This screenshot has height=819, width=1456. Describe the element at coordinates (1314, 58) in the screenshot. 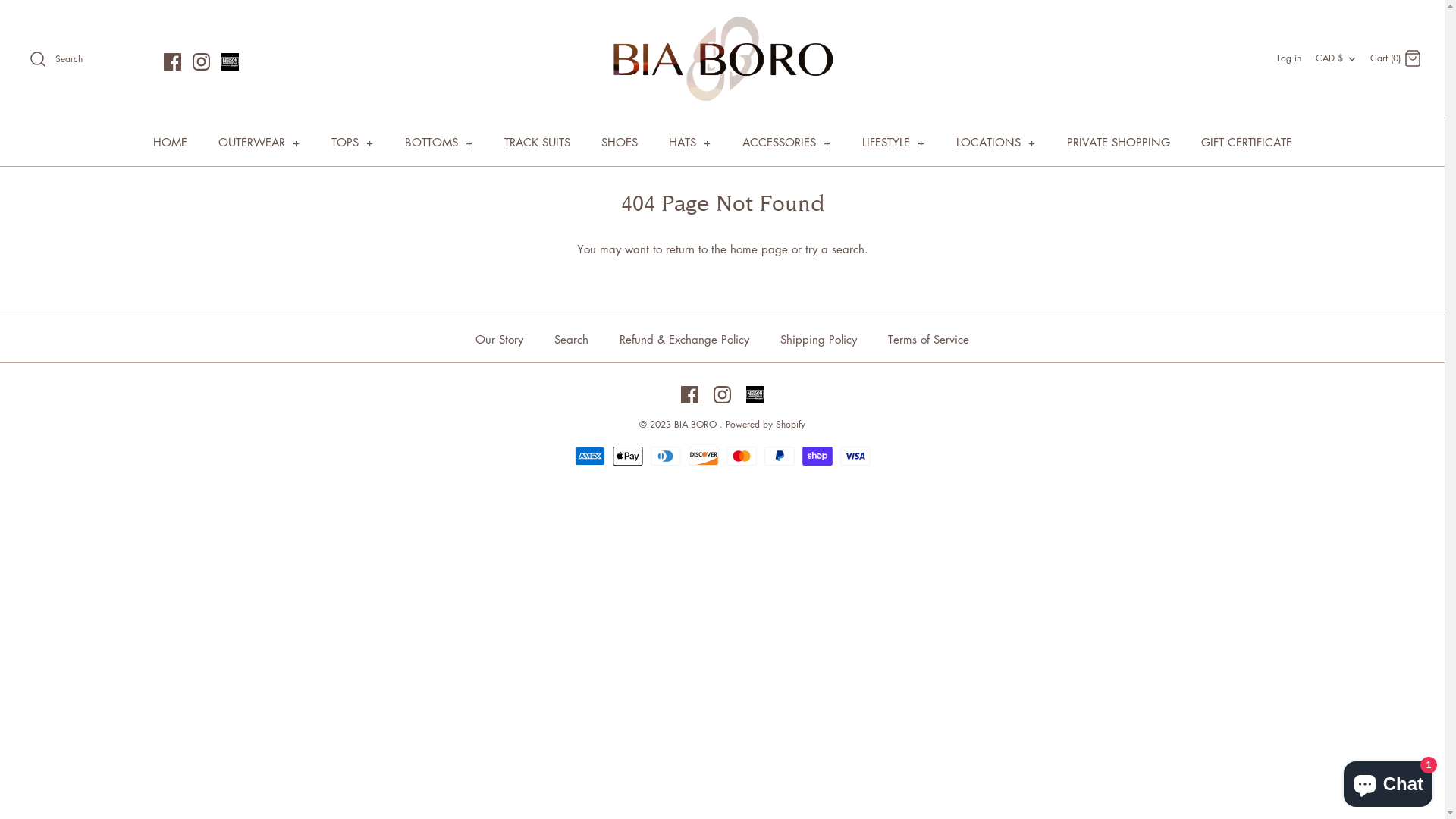

I see `'CAD $` at that location.